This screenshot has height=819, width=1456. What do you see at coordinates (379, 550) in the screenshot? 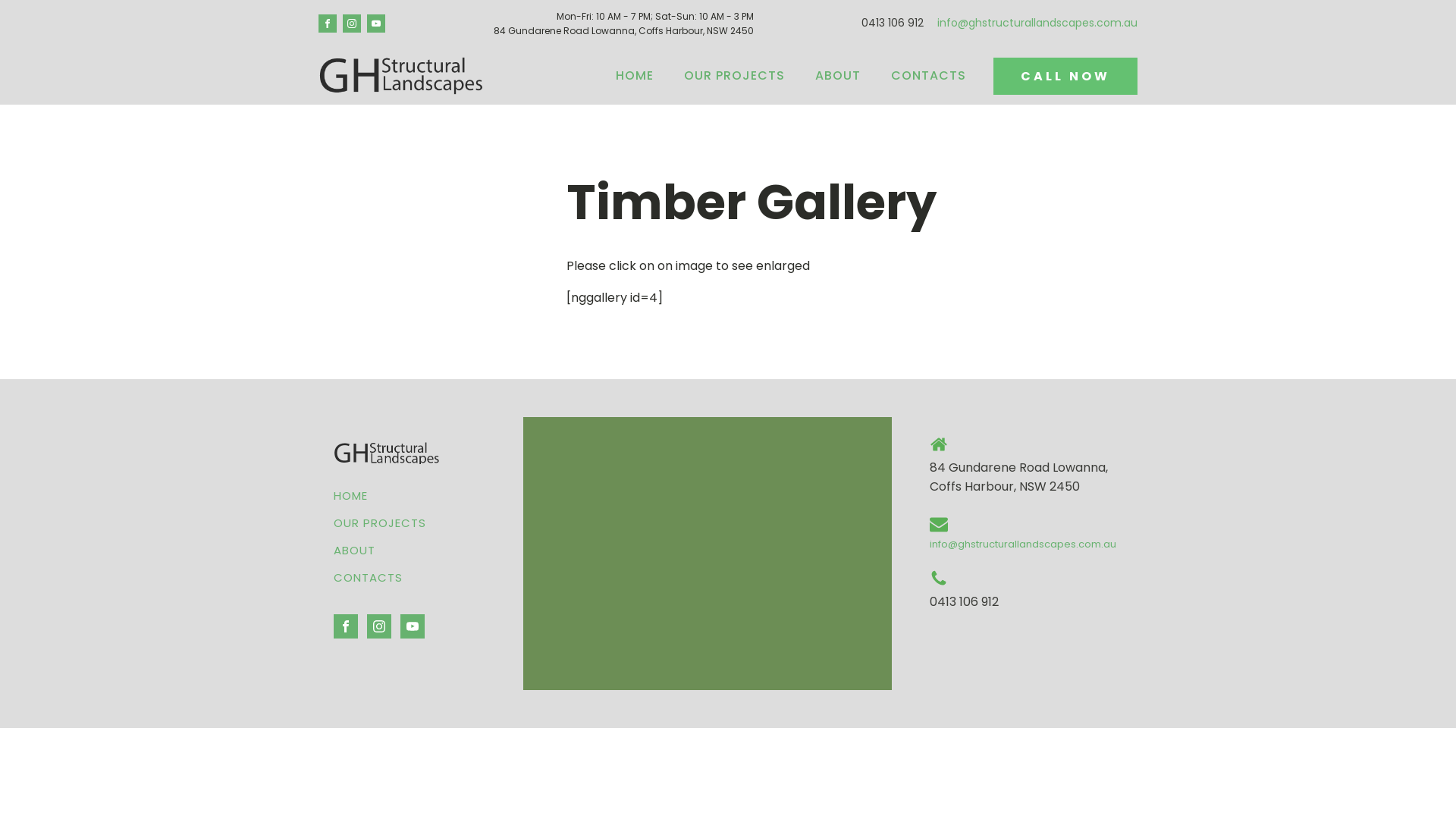
I see `'ABOUT'` at bounding box center [379, 550].